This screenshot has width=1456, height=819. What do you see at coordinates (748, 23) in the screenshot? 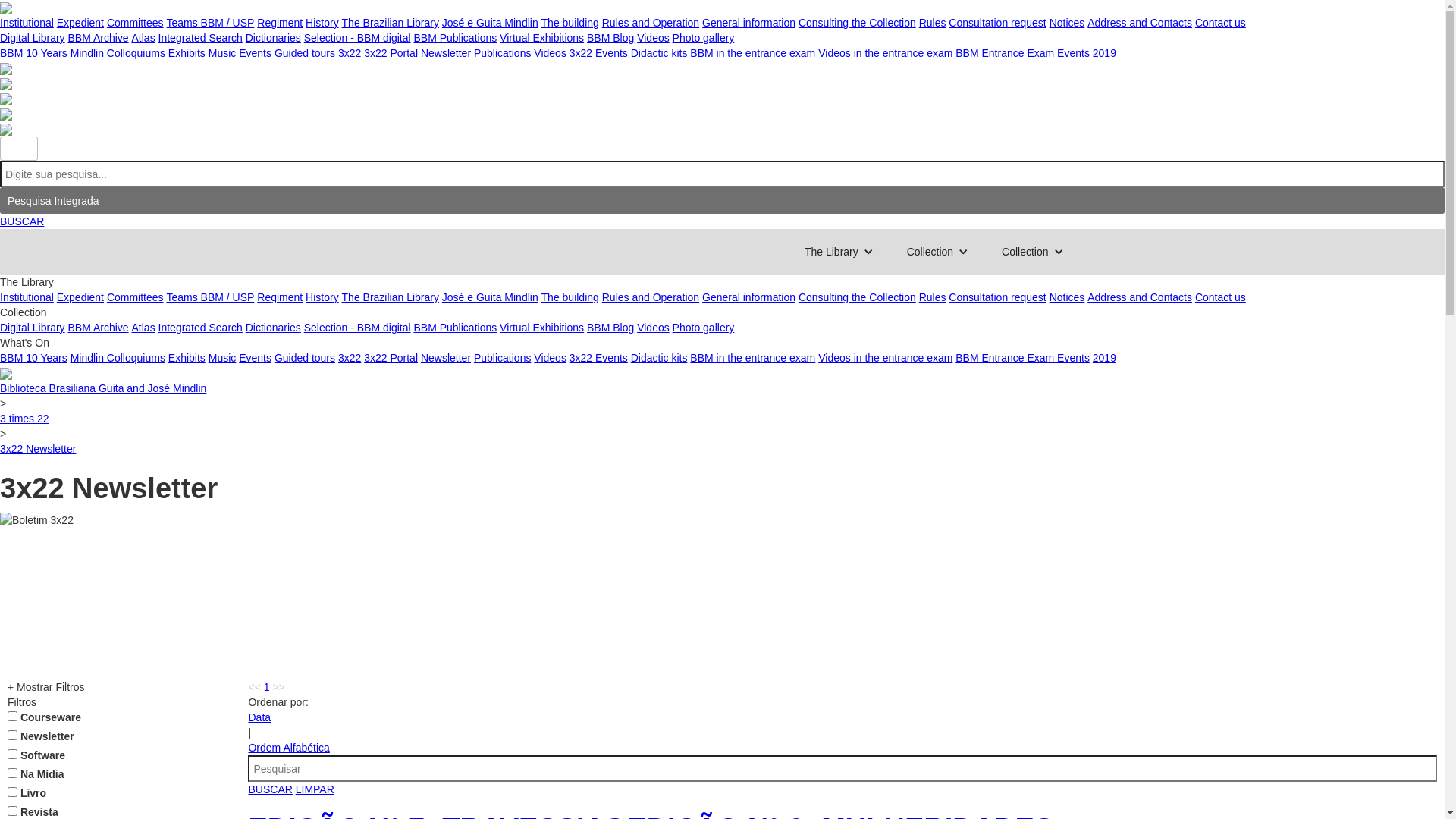
I see `'General information'` at bounding box center [748, 23].